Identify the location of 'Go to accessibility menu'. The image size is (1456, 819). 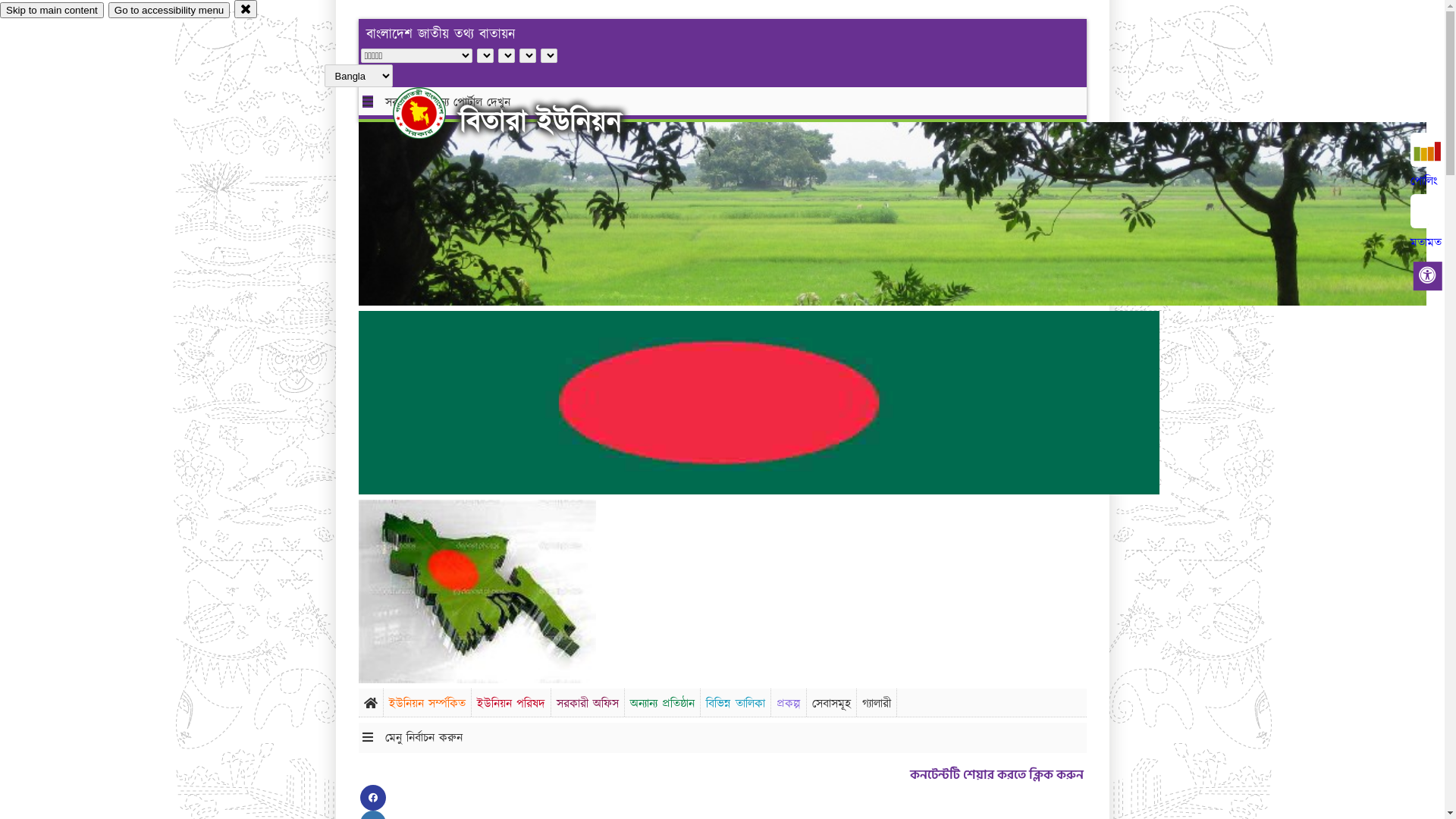
(108, 10).